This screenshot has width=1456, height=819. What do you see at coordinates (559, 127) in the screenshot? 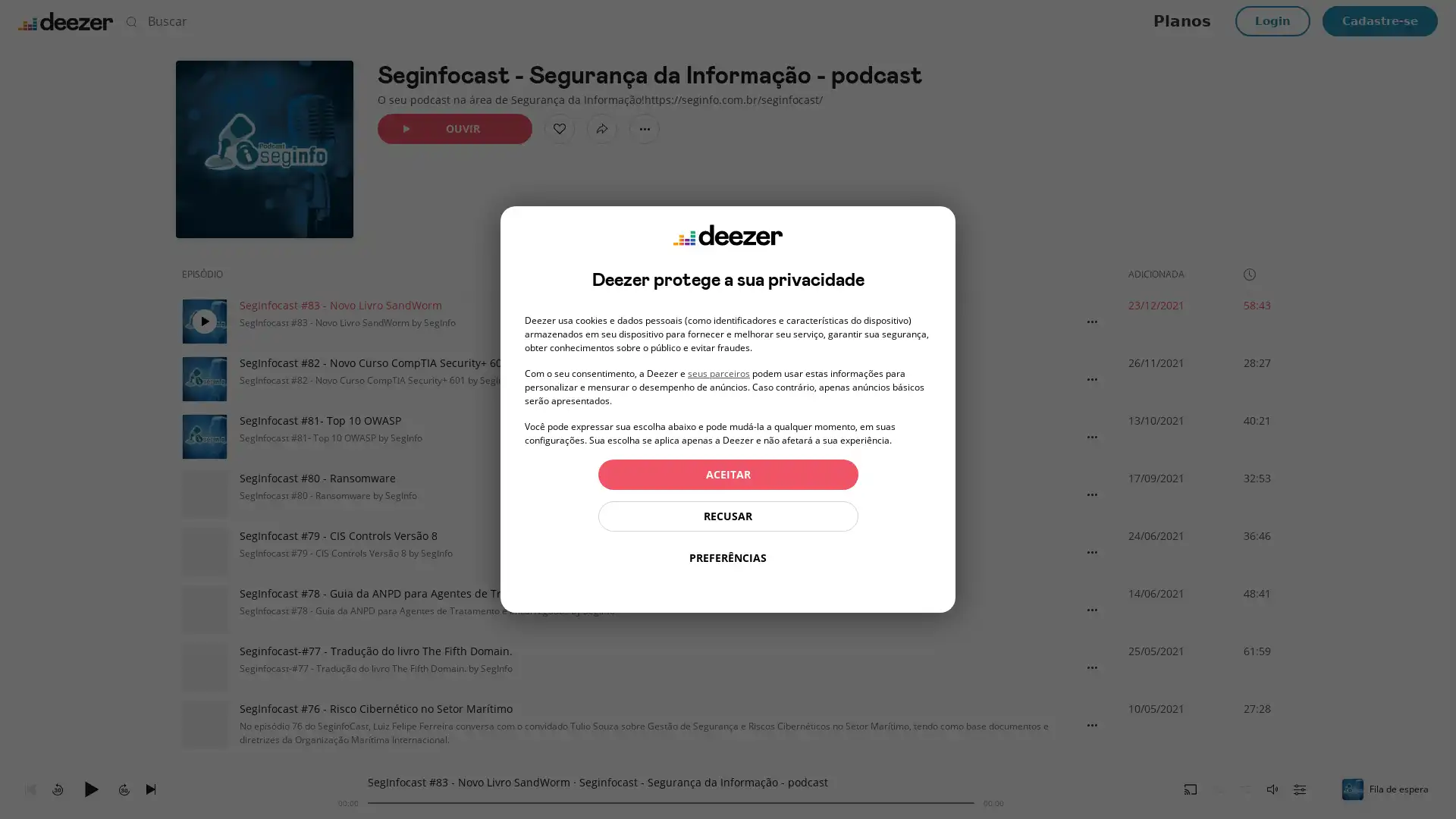
I see `Adicionar` at bounding box center [559, 127].